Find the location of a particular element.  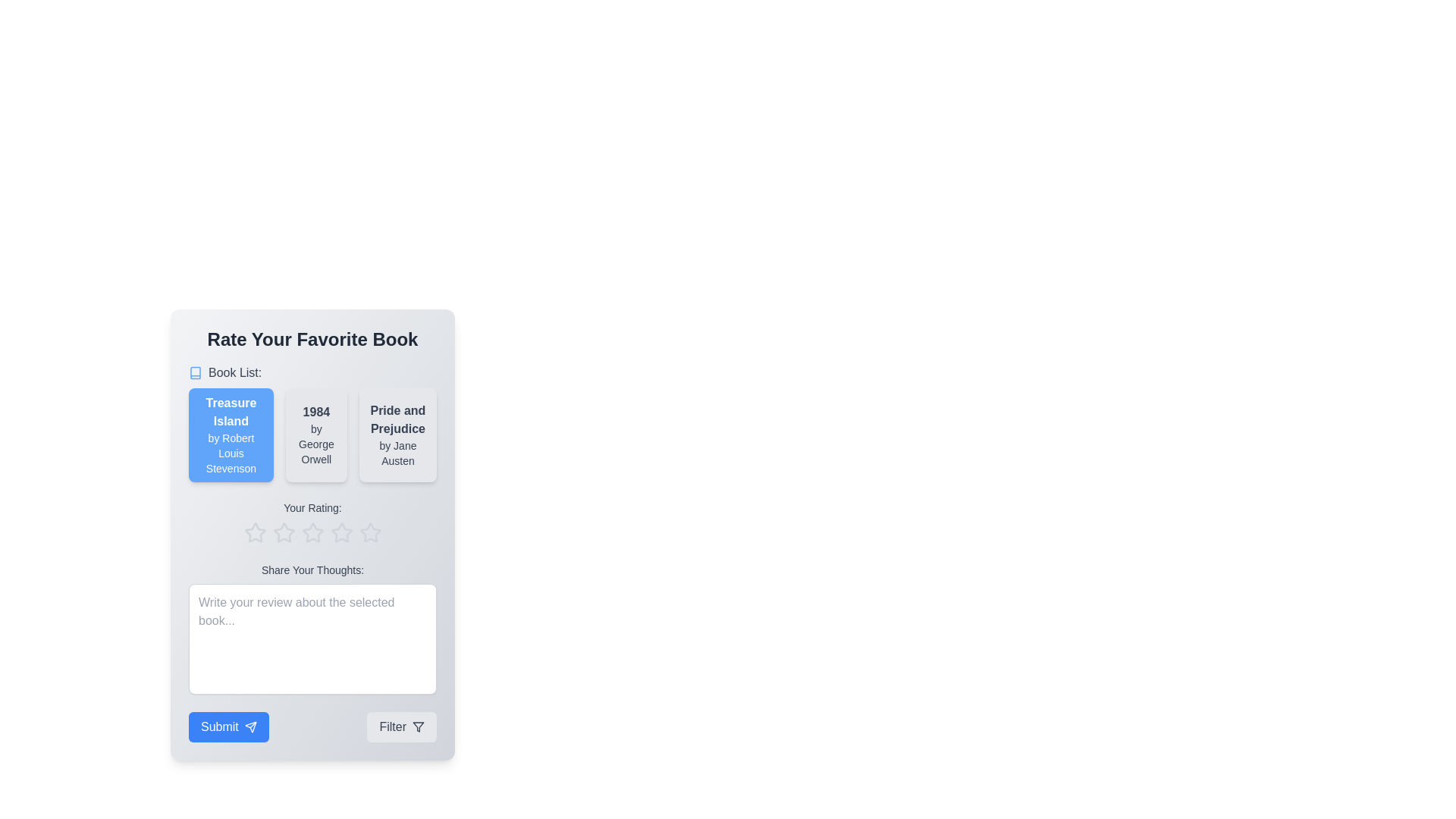

the 'Submit' icon located in the bottom-left corner of the interface, positioned to the right of the 'Submit' text label is located at coordinates (250, 726).